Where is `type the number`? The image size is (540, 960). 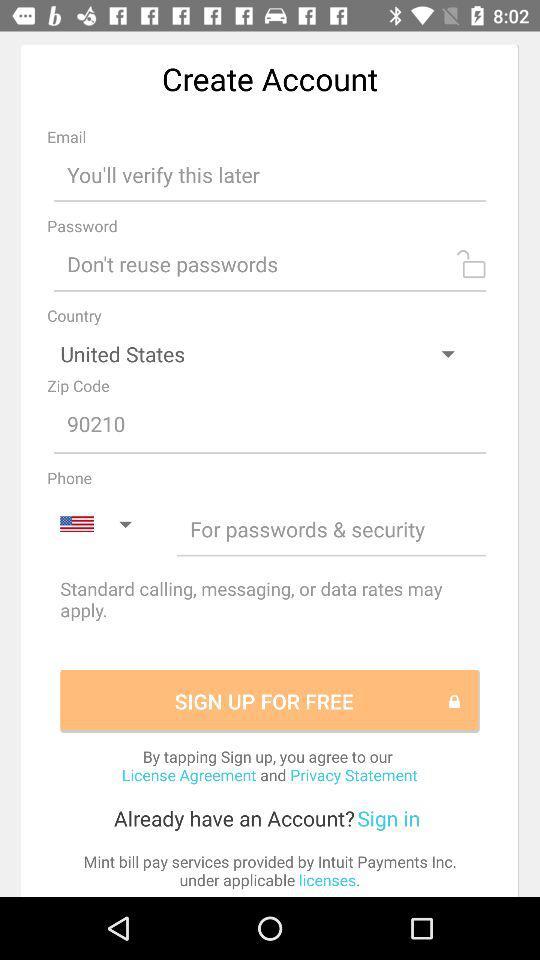
type the number is located at coordinates (270, 425).